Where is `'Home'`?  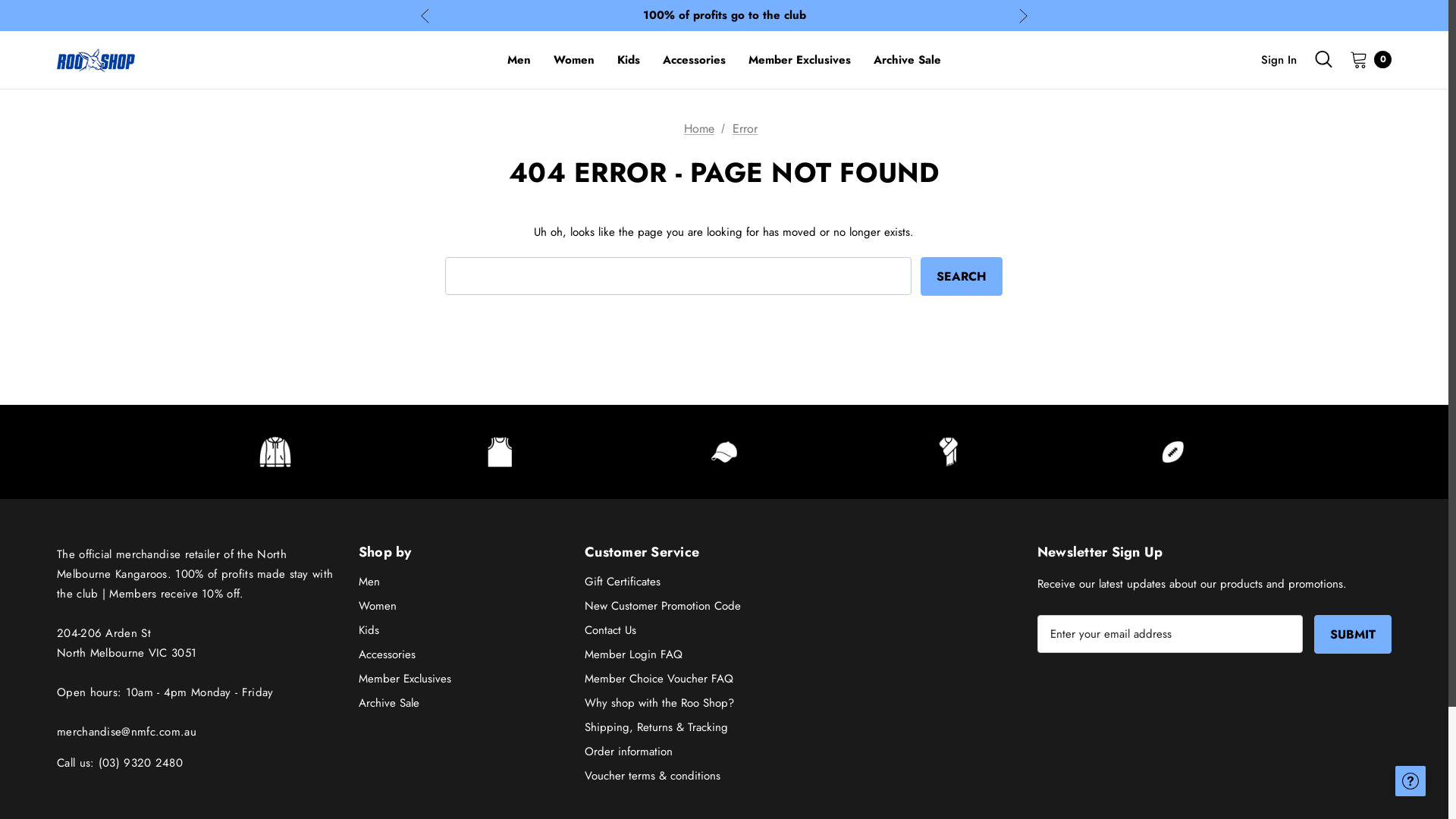
'Home' is located at coordinates (698, 127).